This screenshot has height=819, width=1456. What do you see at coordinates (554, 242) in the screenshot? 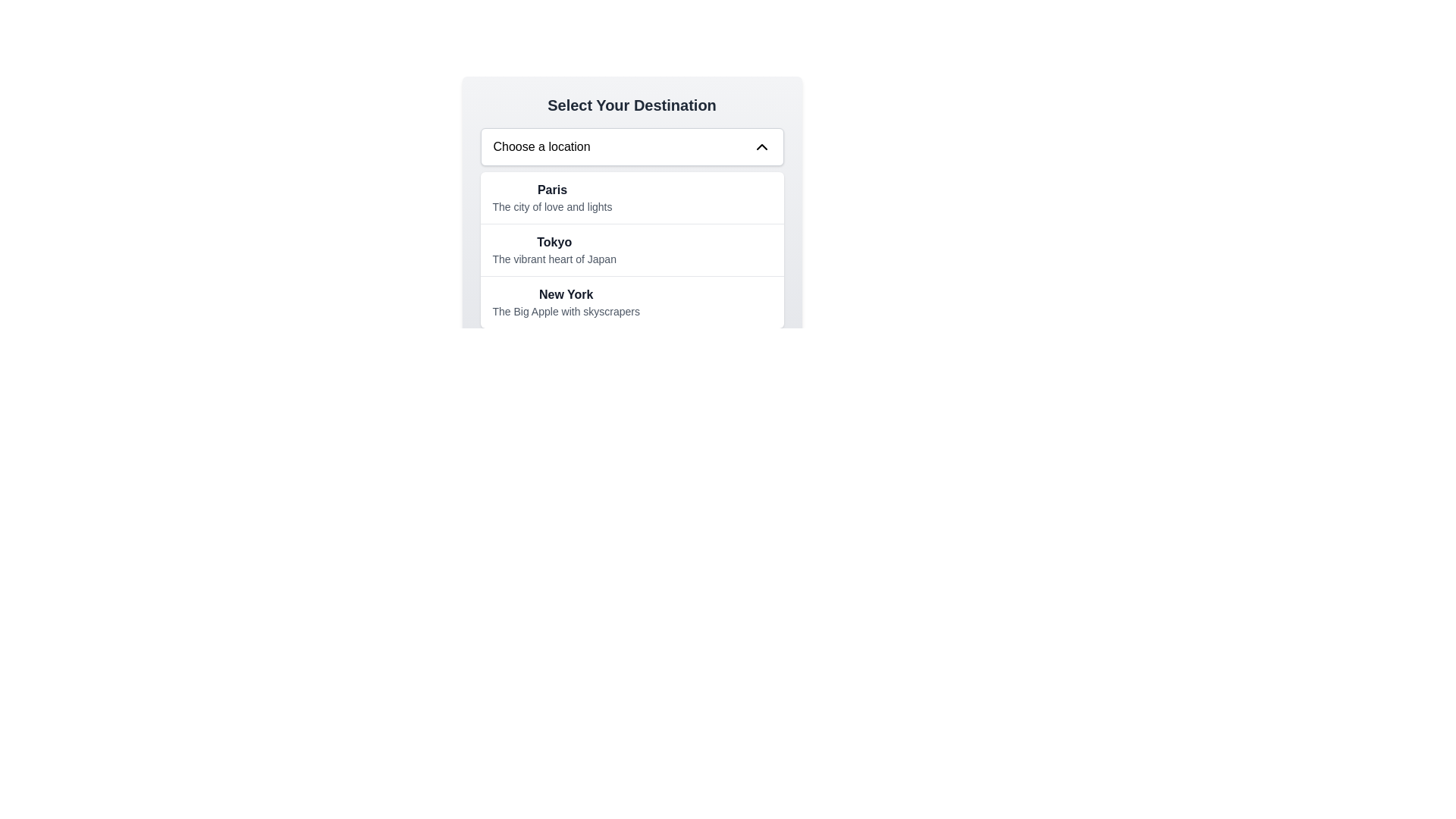
I see `the bold text label 'Tokyo'` at bounding box center [554, 242].